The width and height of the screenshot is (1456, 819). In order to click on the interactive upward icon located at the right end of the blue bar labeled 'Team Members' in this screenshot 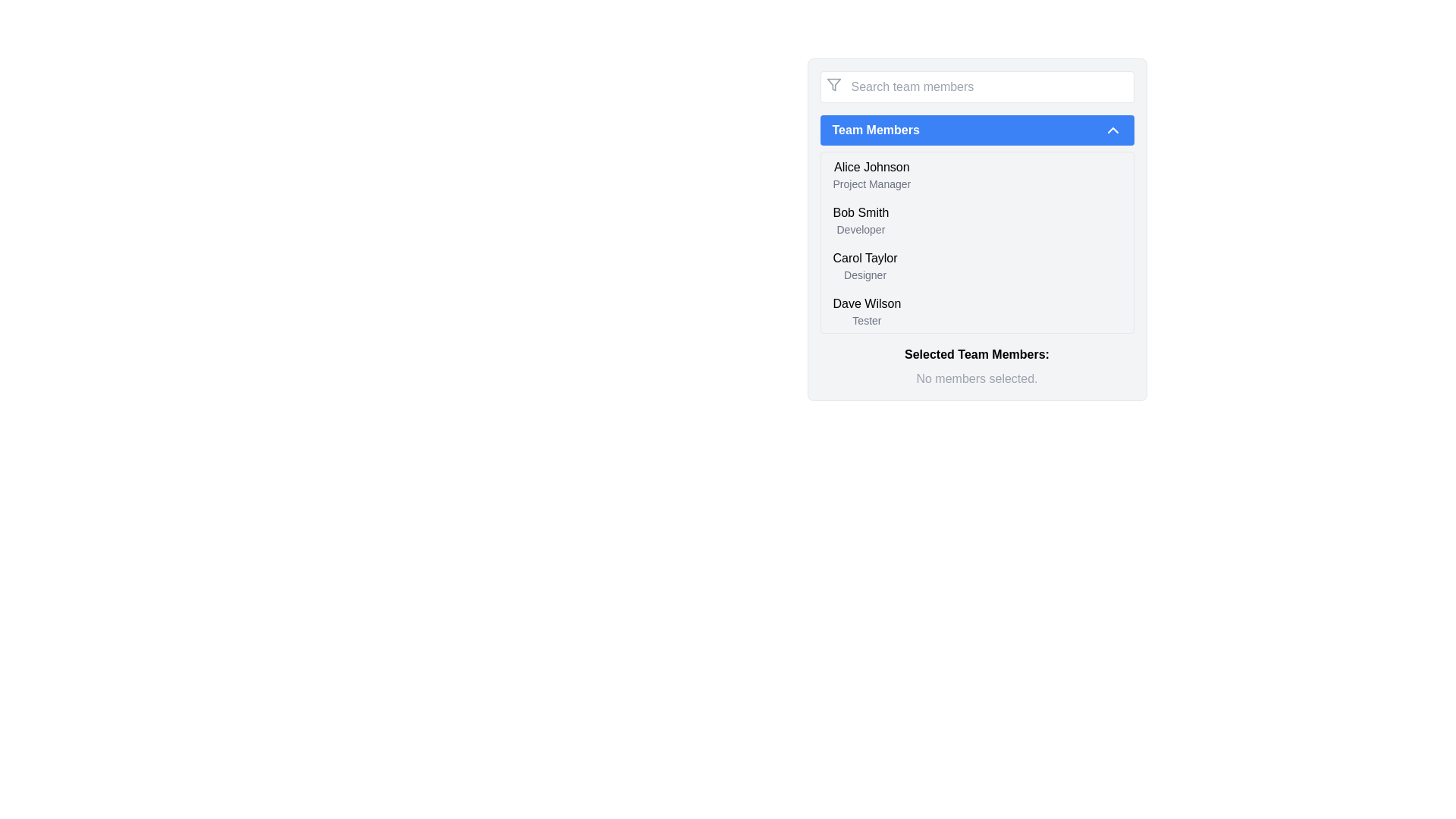, I will do `click(1112, 130)`.